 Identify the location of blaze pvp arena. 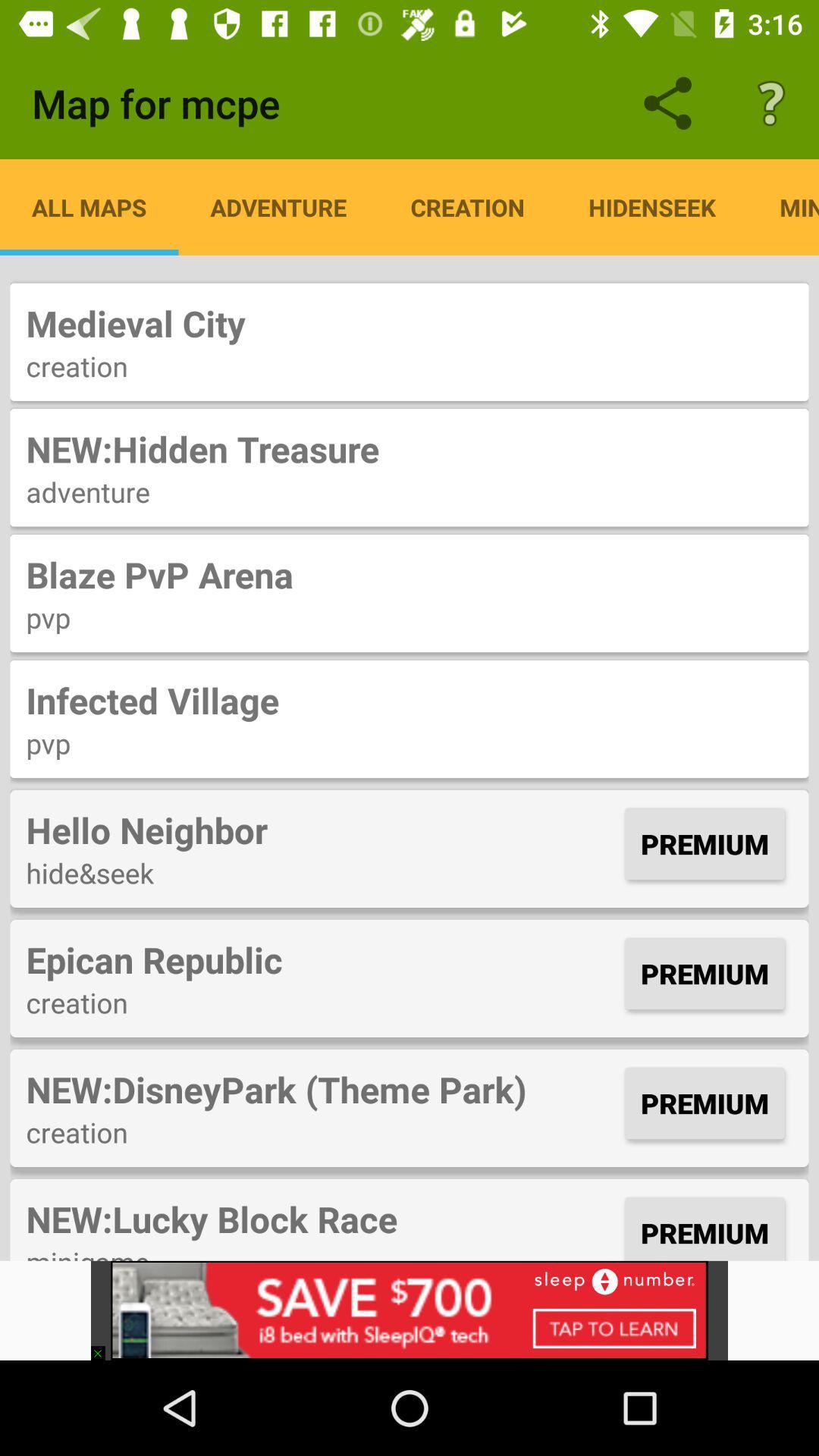
(409, 573).